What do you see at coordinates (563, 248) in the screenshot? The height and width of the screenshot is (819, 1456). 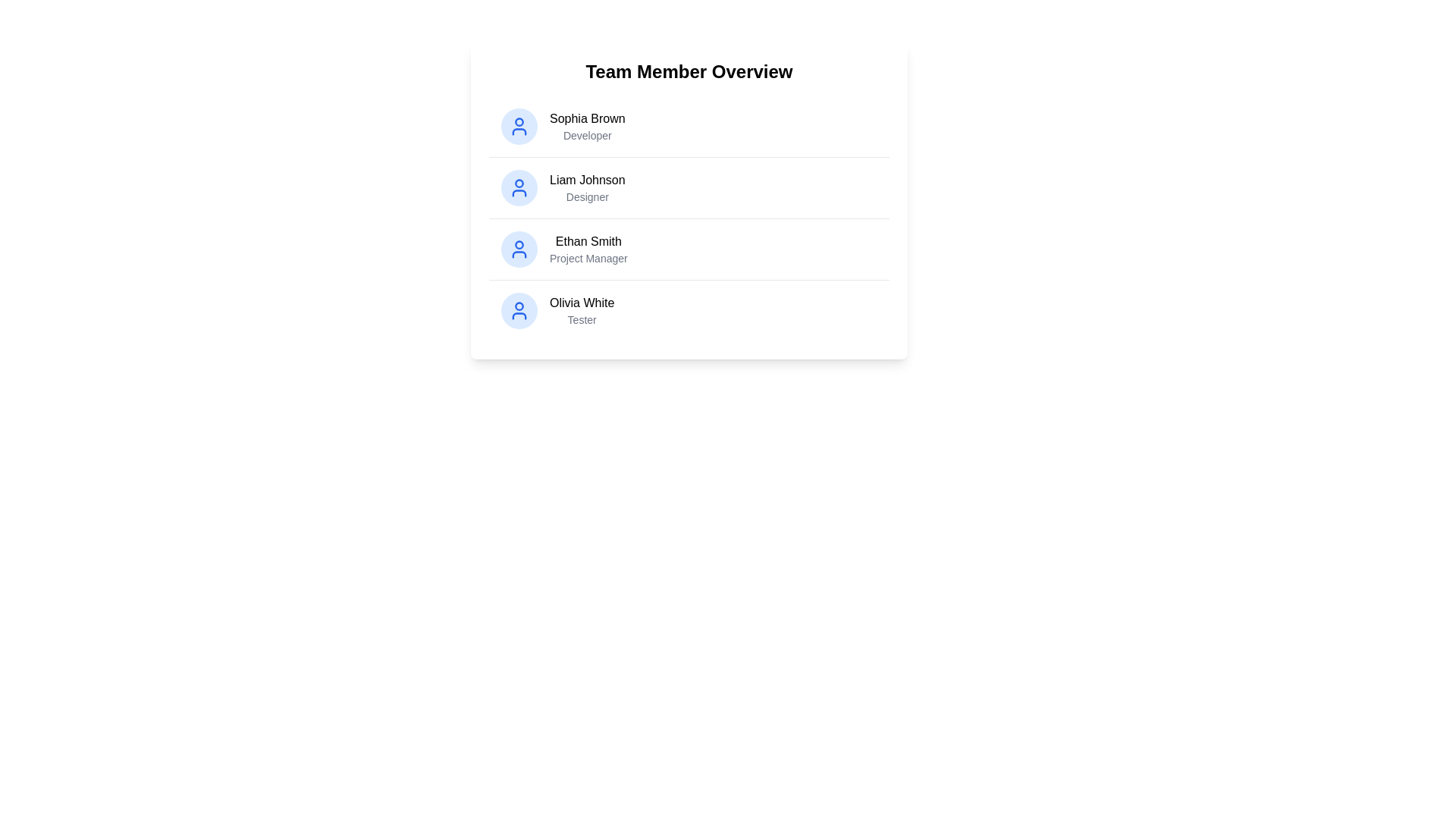 I see `the Profile Information Card that displays information about a team member, positioned third in the list under 'Team Member Overview'` at bounding box center [563, 248].